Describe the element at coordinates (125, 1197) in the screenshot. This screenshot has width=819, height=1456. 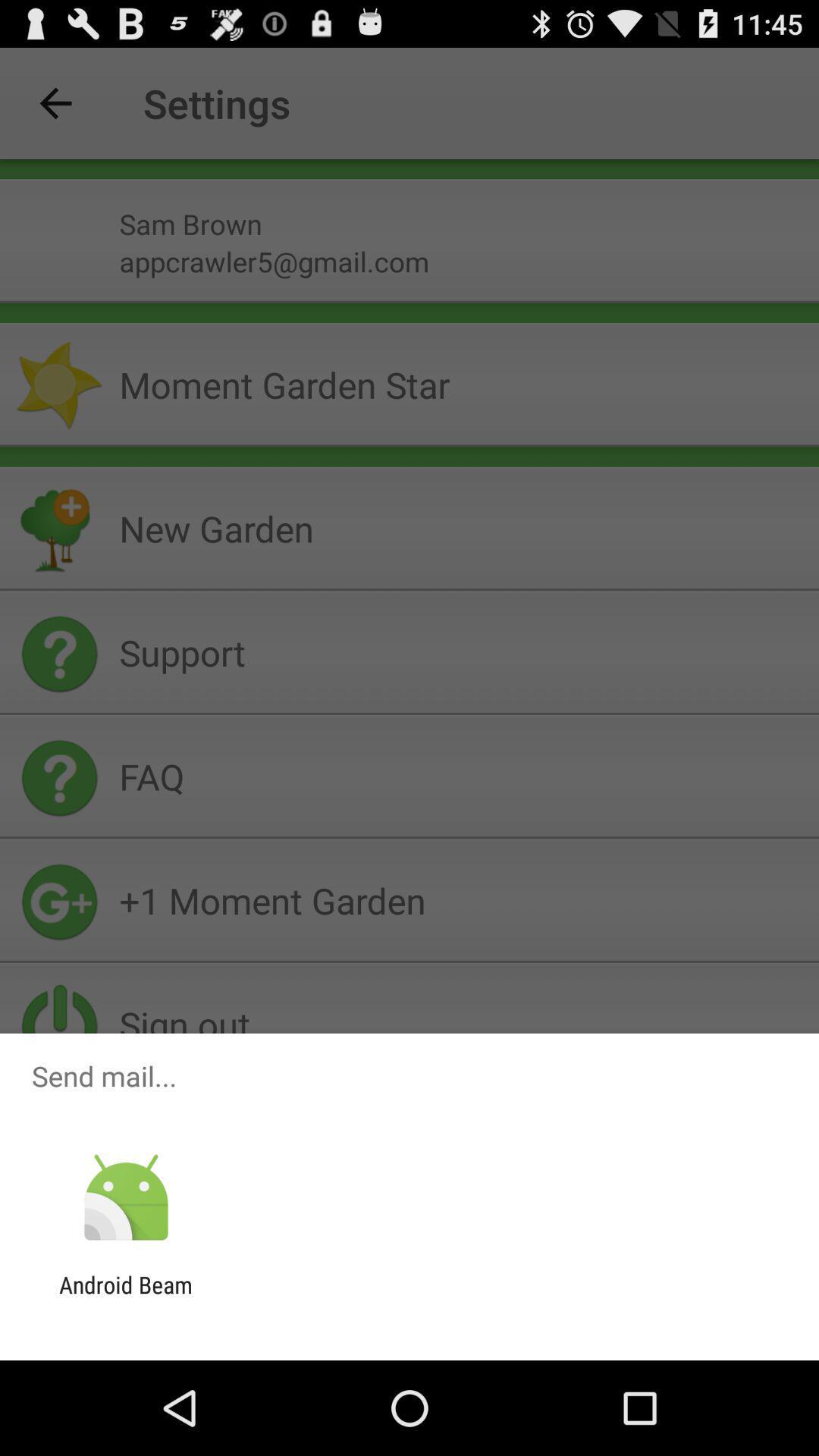
I see `the icon above android beam item` at that location.